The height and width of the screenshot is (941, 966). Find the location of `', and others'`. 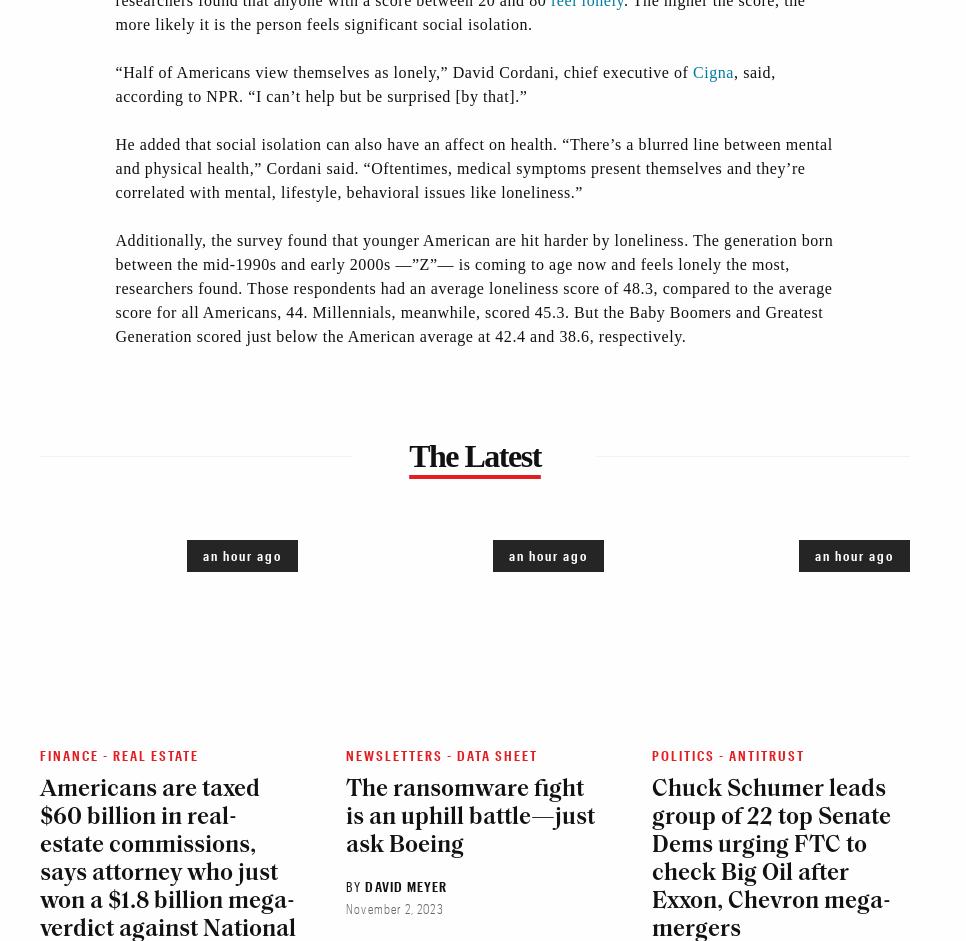

', and others' is located at coordinates (158, 91).